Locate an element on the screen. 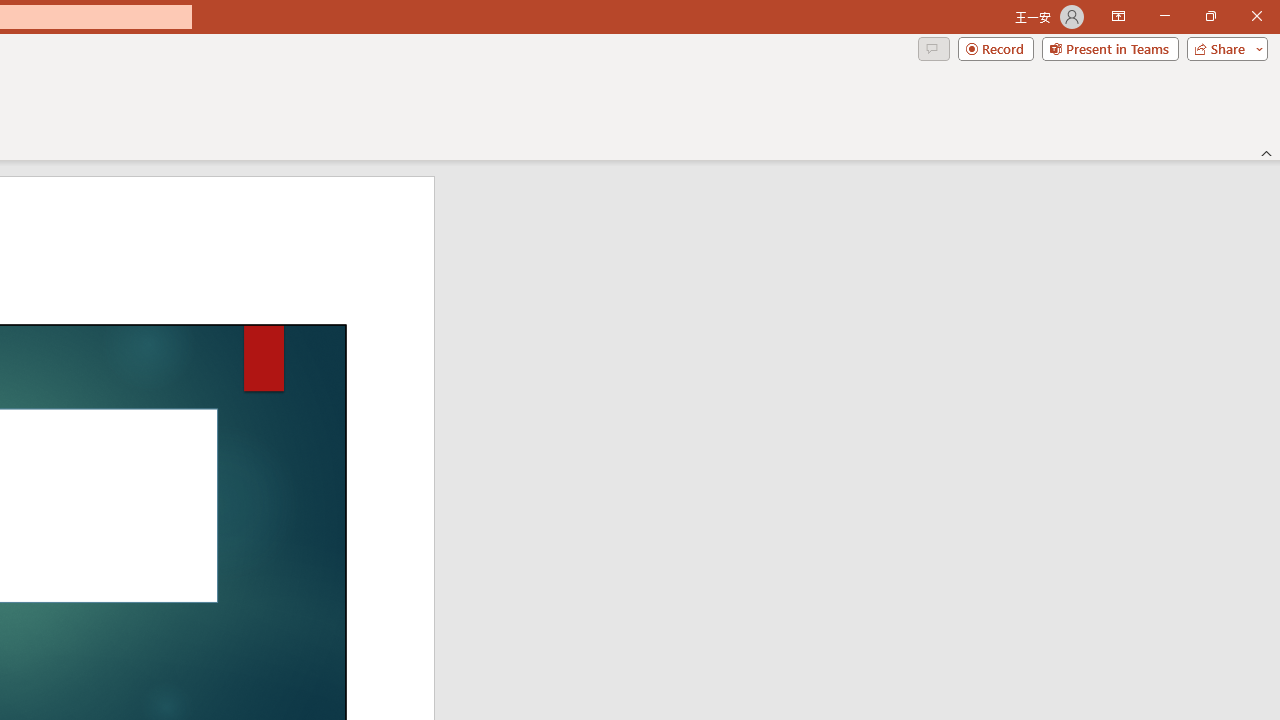 The image size is (1280, 720). 'Record' is located at coordinates (995, 47).